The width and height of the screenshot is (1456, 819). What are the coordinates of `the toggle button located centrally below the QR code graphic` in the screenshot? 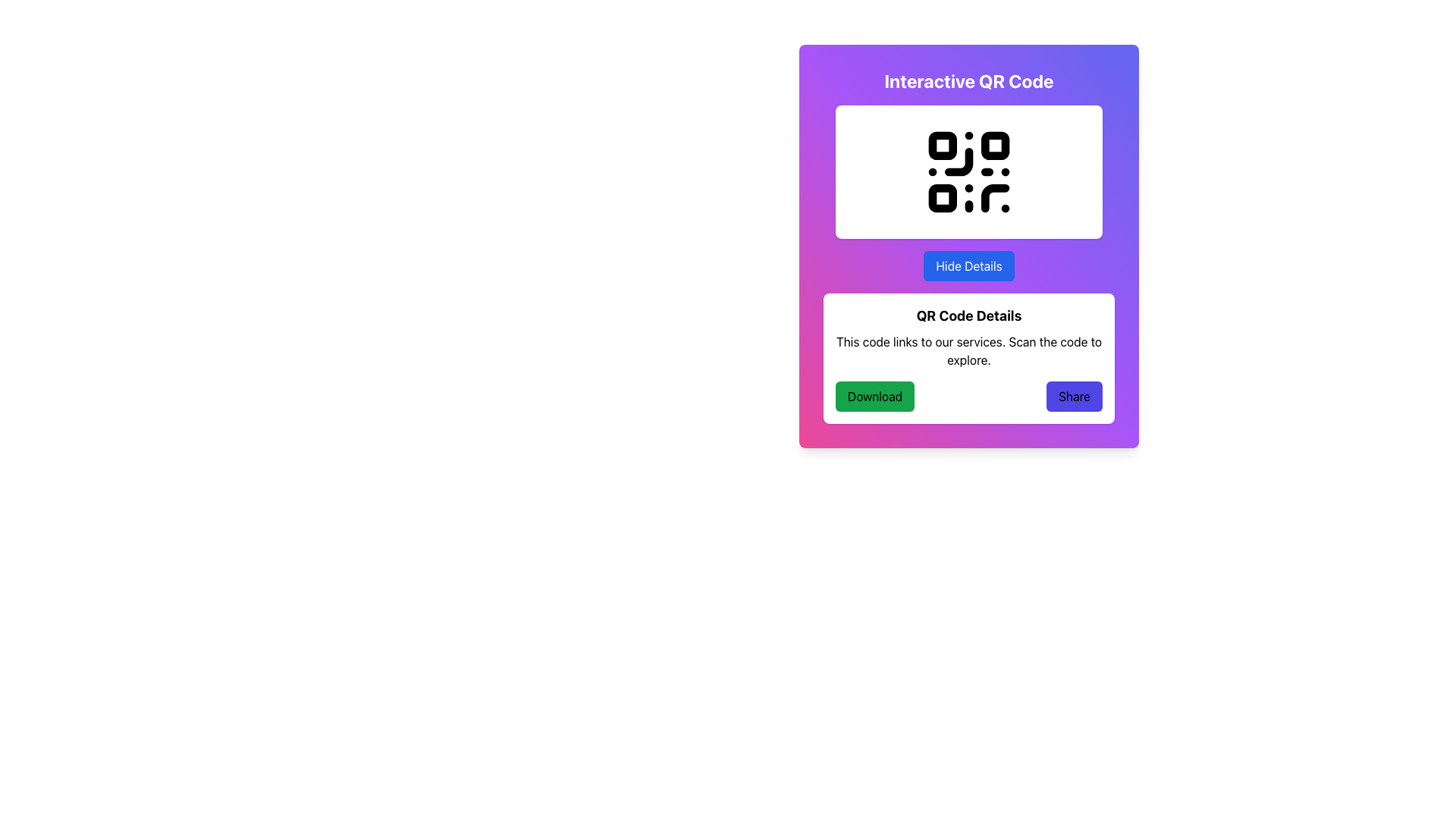 It's located at (968, 265).